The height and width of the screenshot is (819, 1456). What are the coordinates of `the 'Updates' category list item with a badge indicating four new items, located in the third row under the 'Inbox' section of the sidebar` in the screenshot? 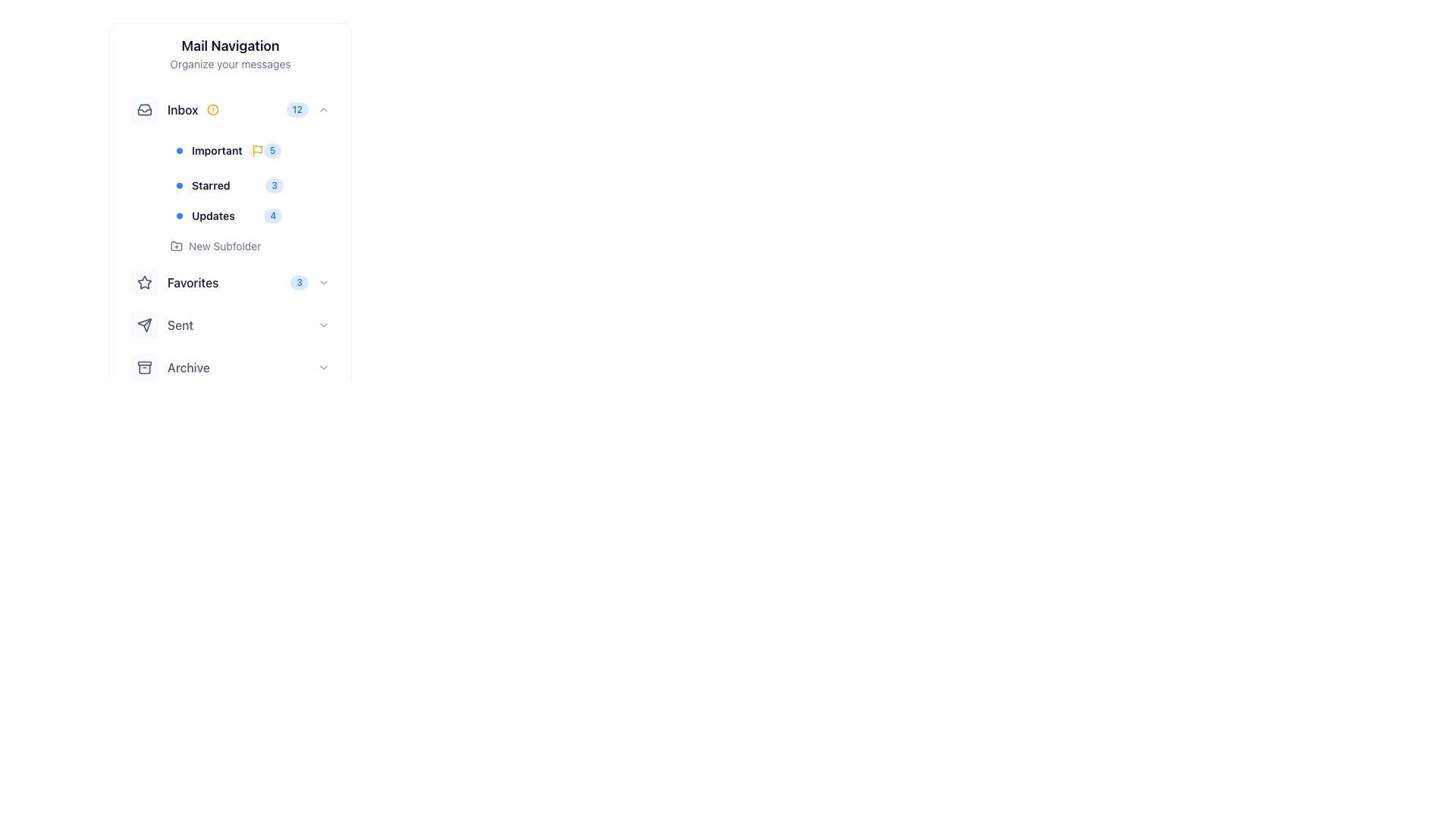 It's located at (248, 216).